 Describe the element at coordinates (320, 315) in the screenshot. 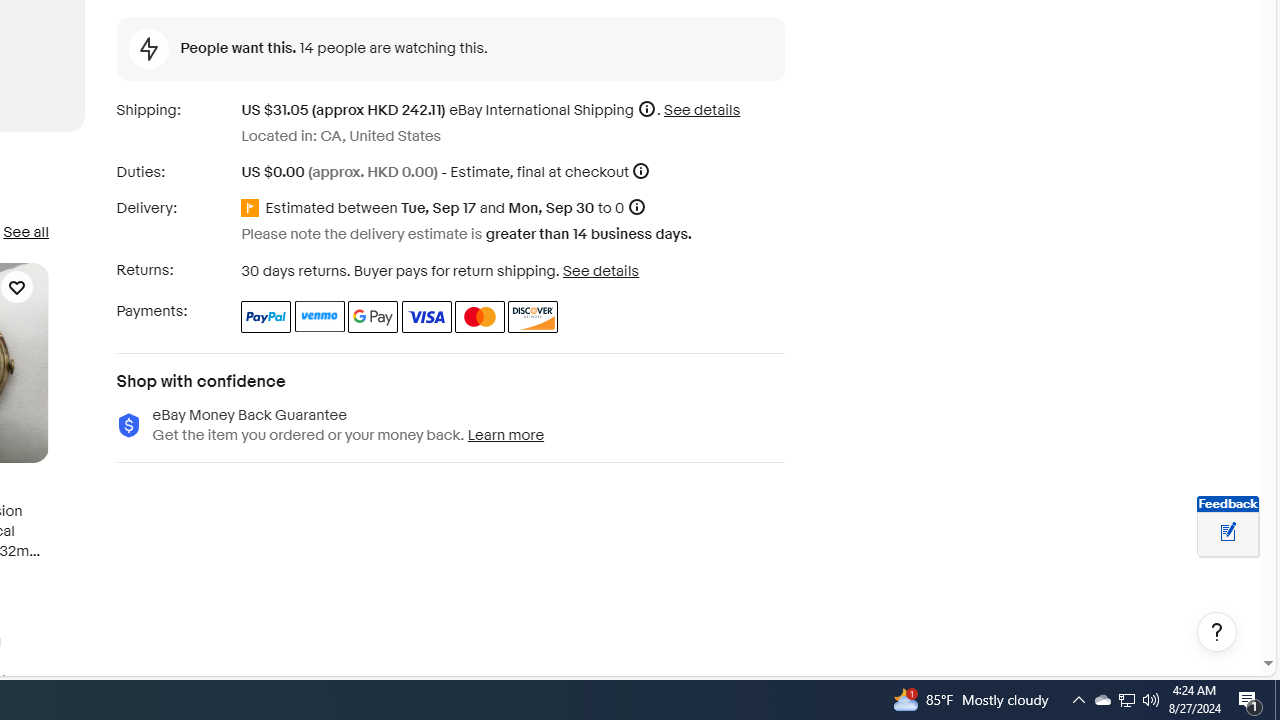

I see `'Venmo'` at that location.